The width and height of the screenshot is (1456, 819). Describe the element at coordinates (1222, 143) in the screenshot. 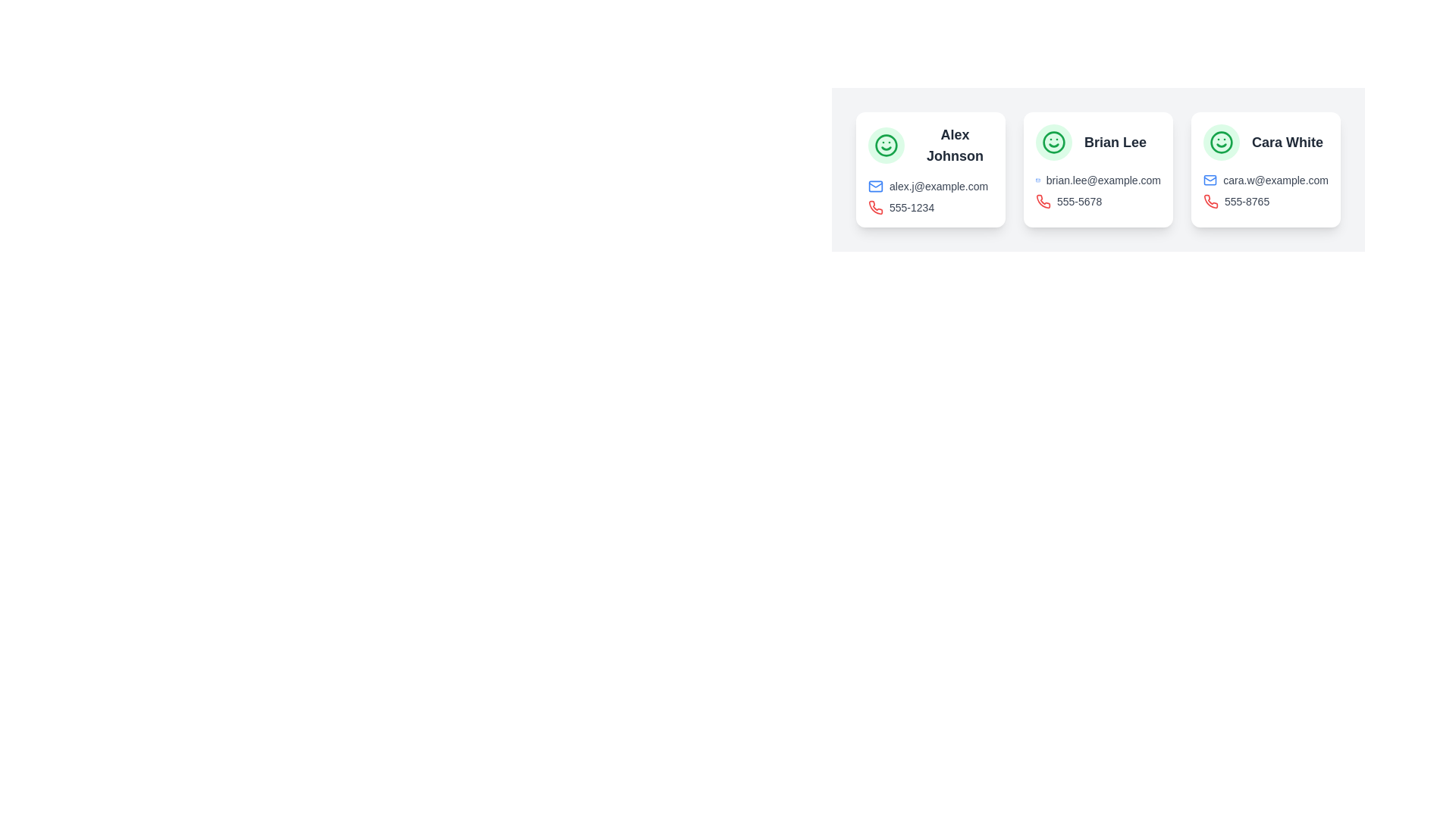

I see `the circular green smiley face icon located in the top-left corner of the 'Cara White' card` at that location.